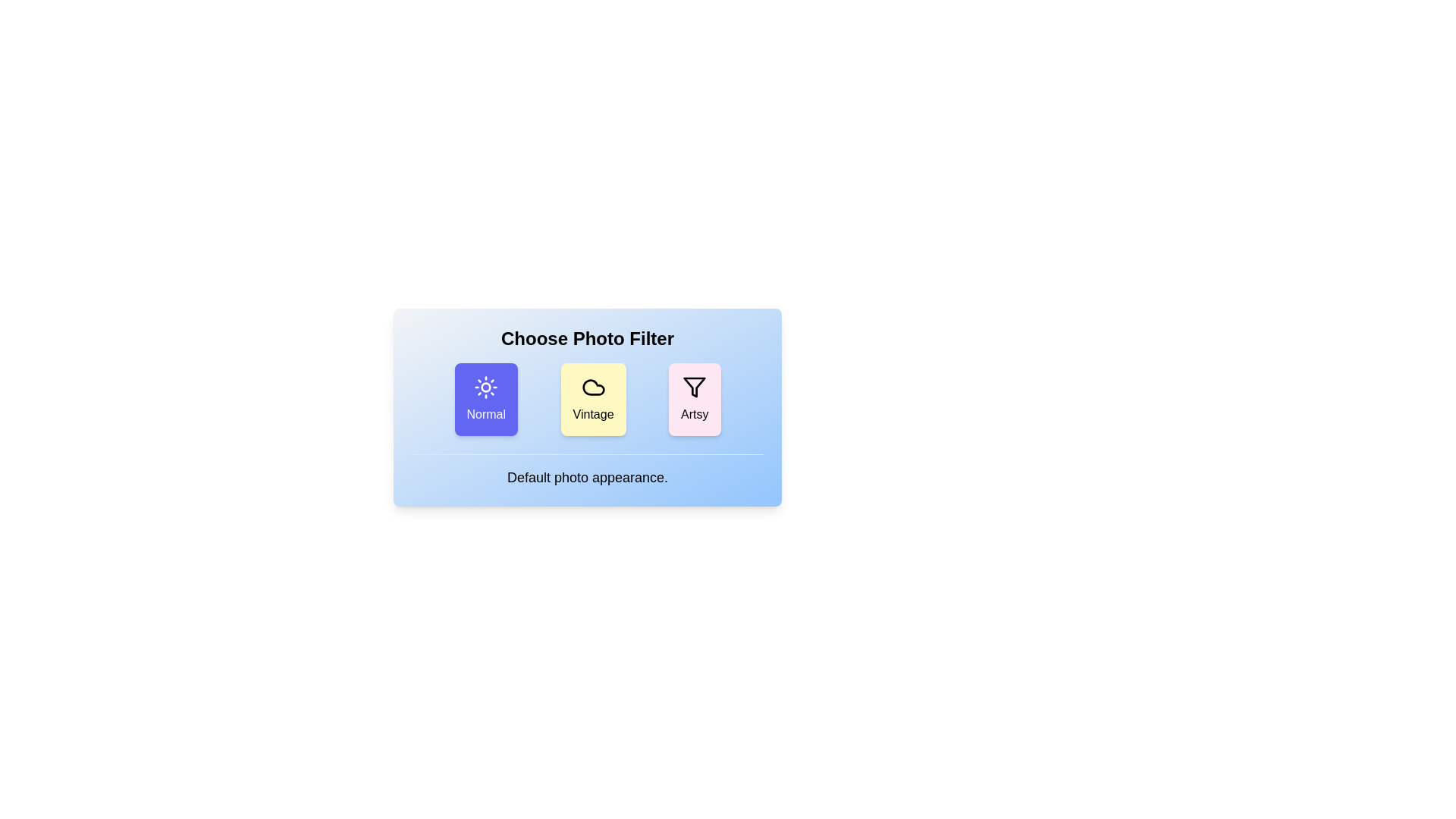  I want to click on the filter button labeled Normal, so click(486, 399).